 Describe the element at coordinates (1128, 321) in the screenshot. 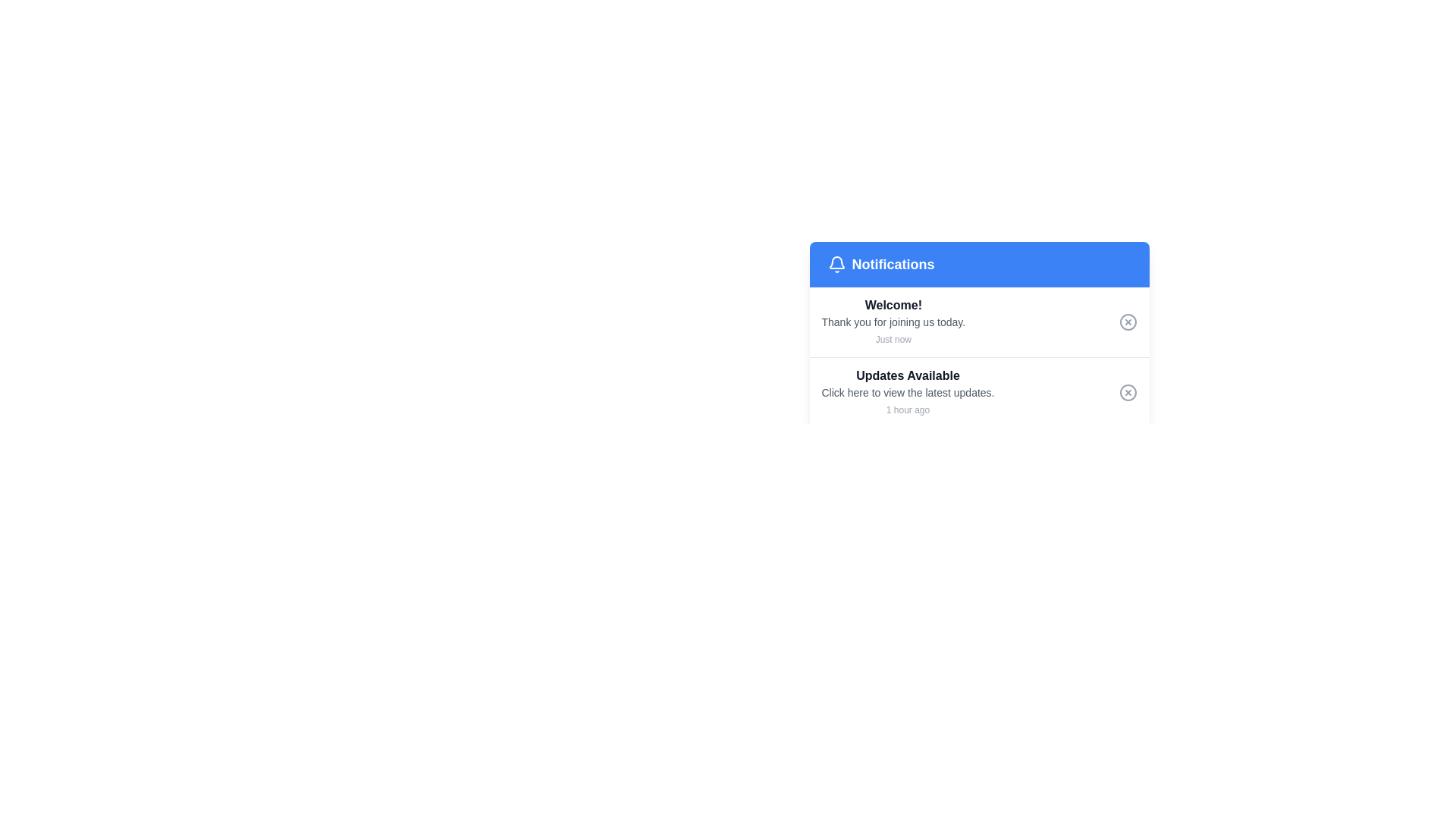

I see `the close button located in the top-right corner of the notification card that contains the message 'Welcome! Thank you for joining us today. Just now'` at that location.